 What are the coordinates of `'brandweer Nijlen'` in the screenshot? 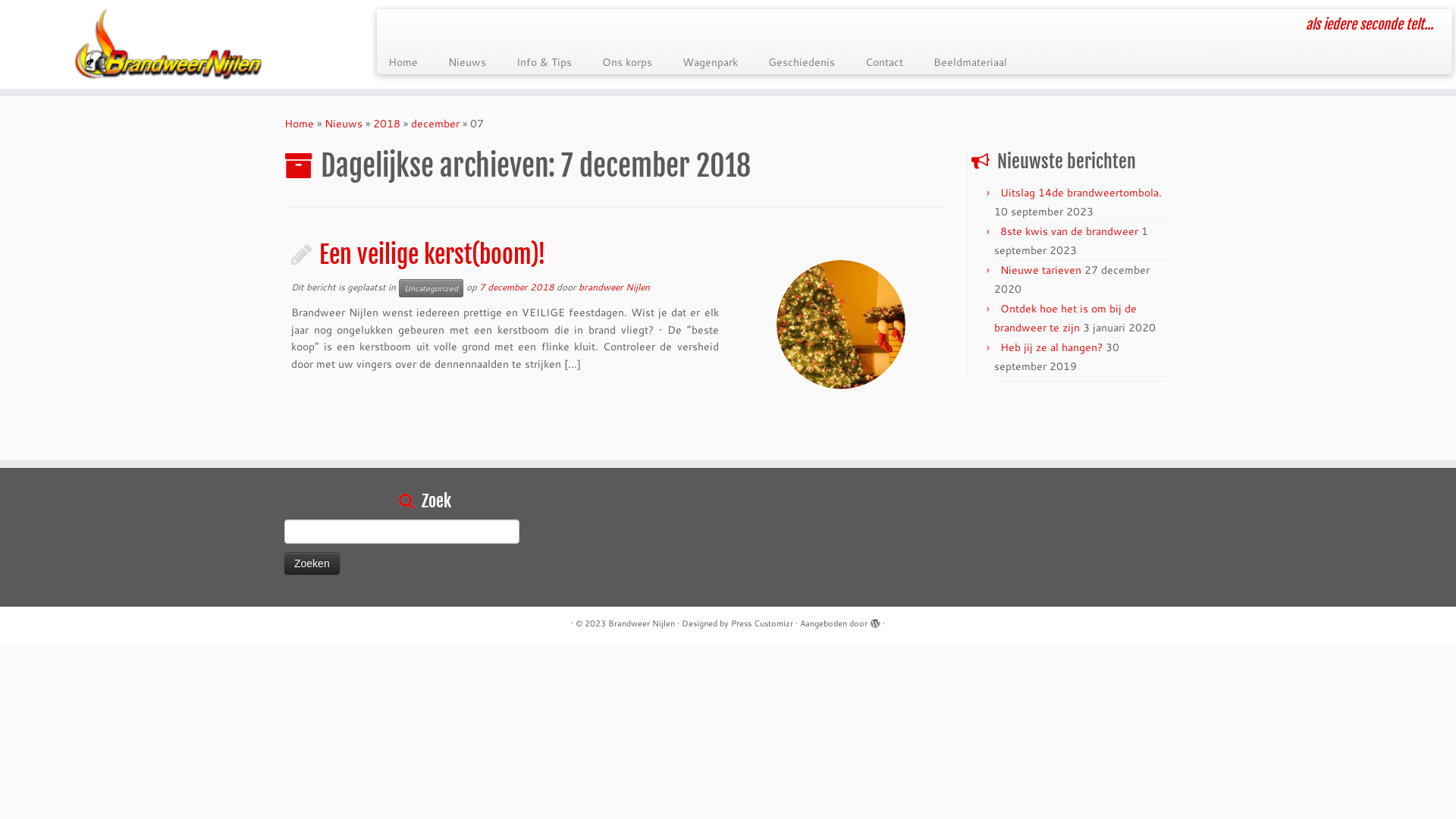 It's located at (614, 287).